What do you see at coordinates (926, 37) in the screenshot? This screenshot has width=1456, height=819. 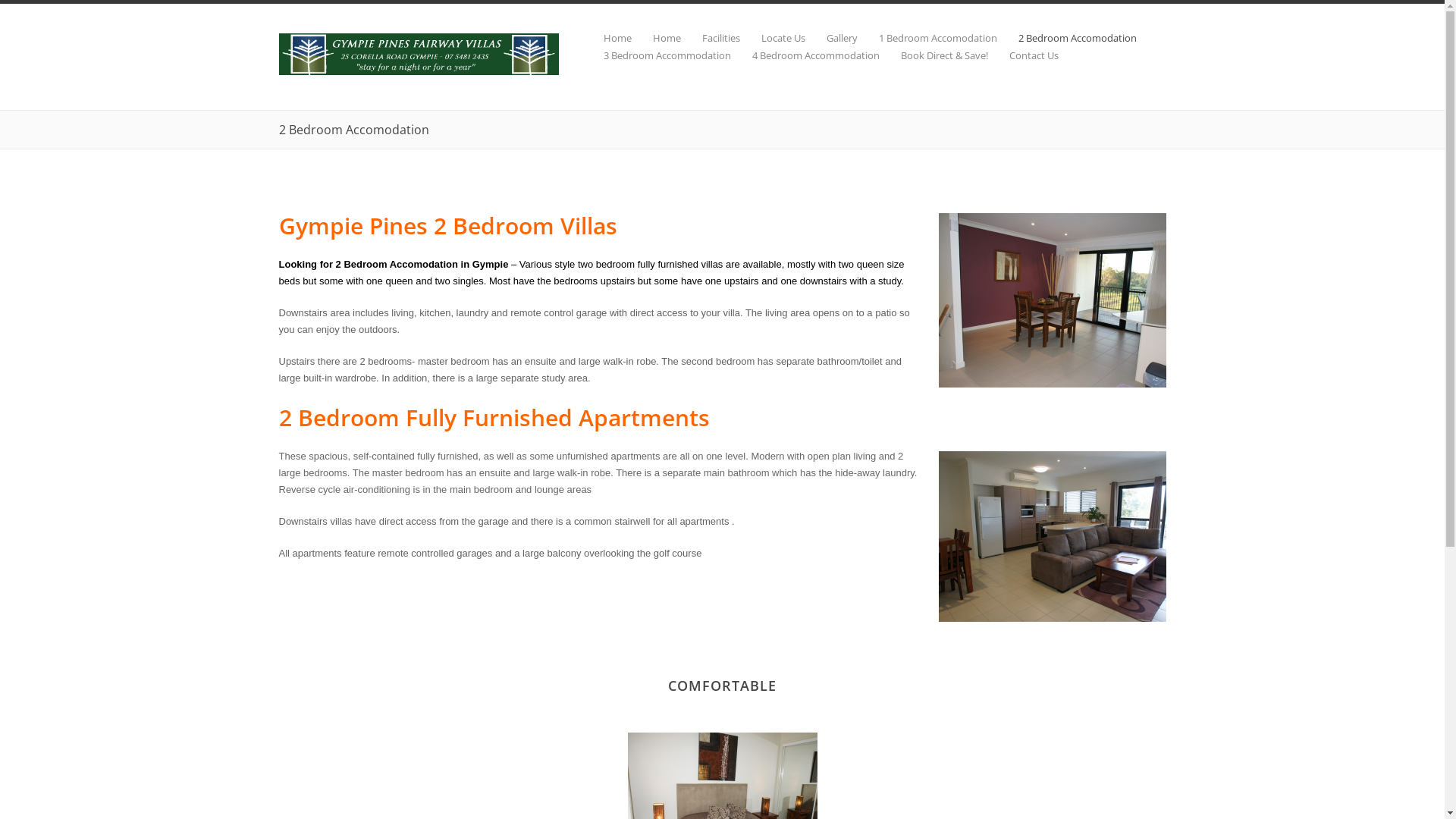 I see `'1 Bedroom Accomodation'` at bounding box center [926, 37].